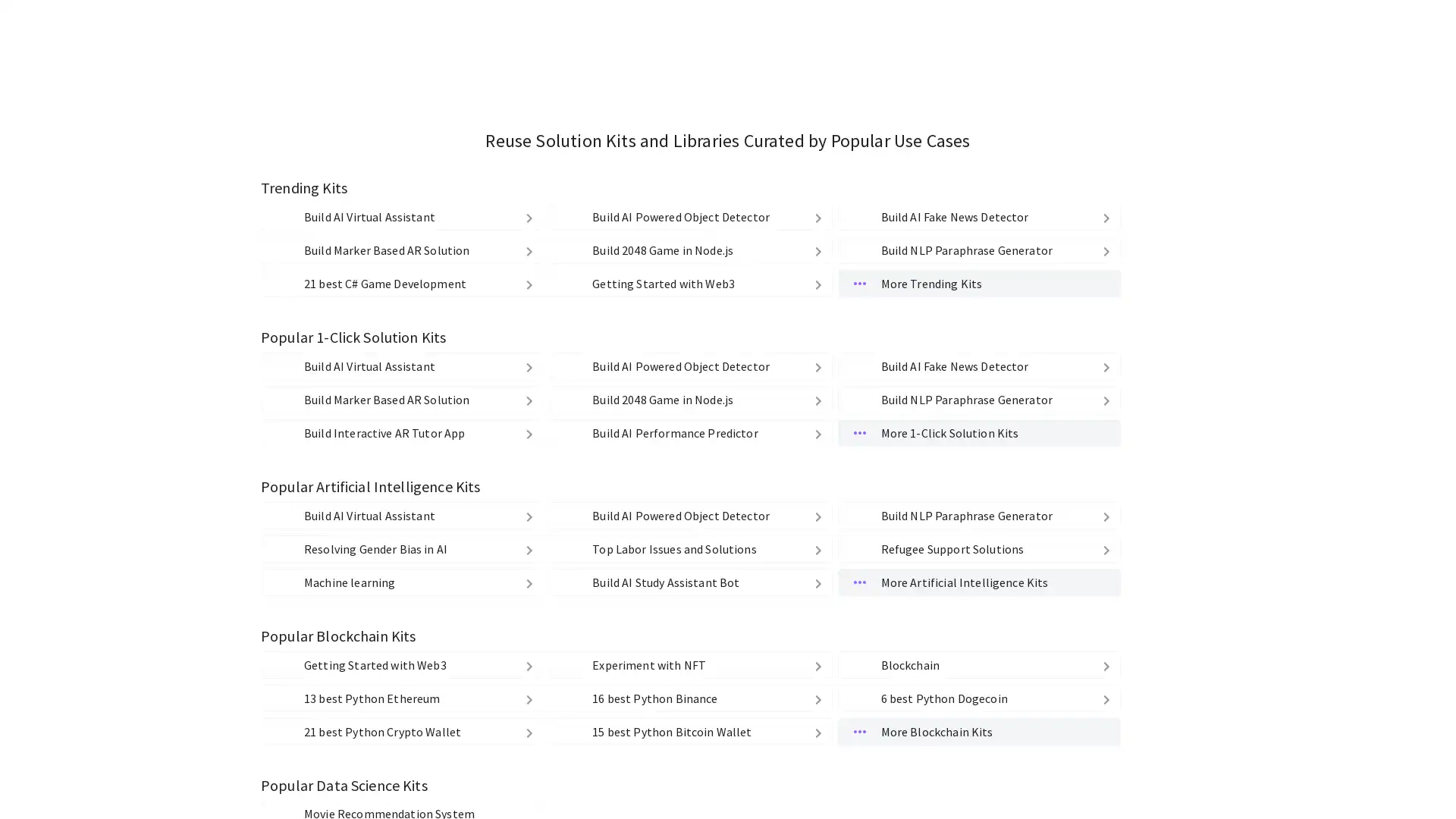 Image resolution: width=1456 pixels, height=819 pixels. Describe the element at coordinates (529, 748) in the screenshot. I see `delete` at that location.